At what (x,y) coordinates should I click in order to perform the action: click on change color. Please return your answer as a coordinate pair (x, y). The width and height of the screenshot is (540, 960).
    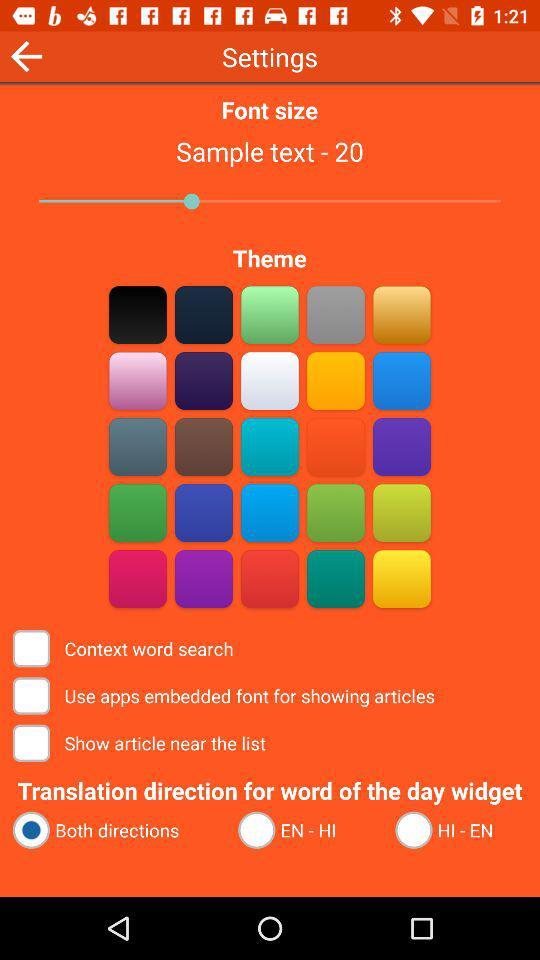
    Looking at the image, I should click on (203, 314).